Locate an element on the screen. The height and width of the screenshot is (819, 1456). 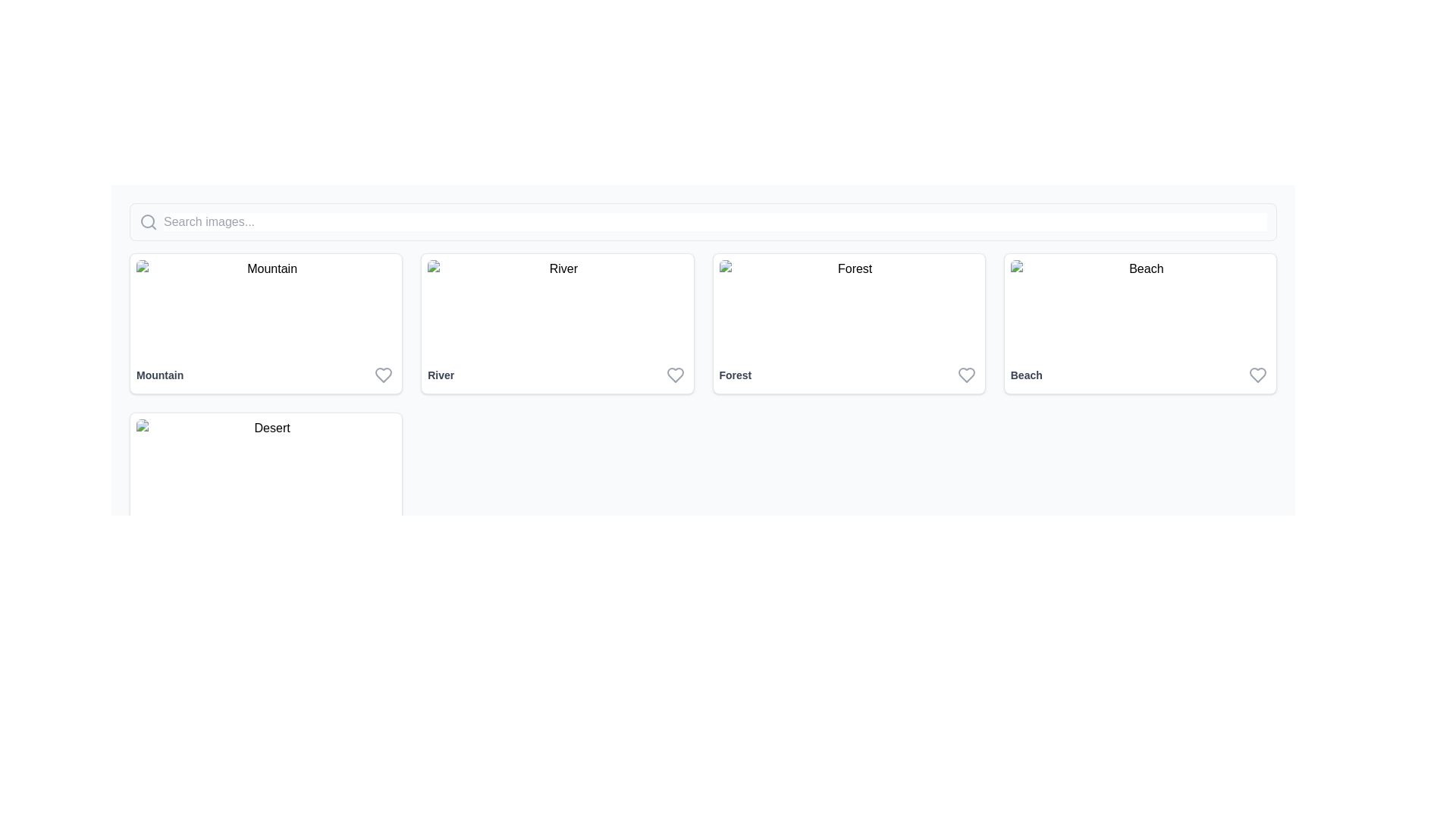
the heart icon located at the bottom-right corner of the 'Forest' card to mark it as a favorite is located at coordinates (965, 375).